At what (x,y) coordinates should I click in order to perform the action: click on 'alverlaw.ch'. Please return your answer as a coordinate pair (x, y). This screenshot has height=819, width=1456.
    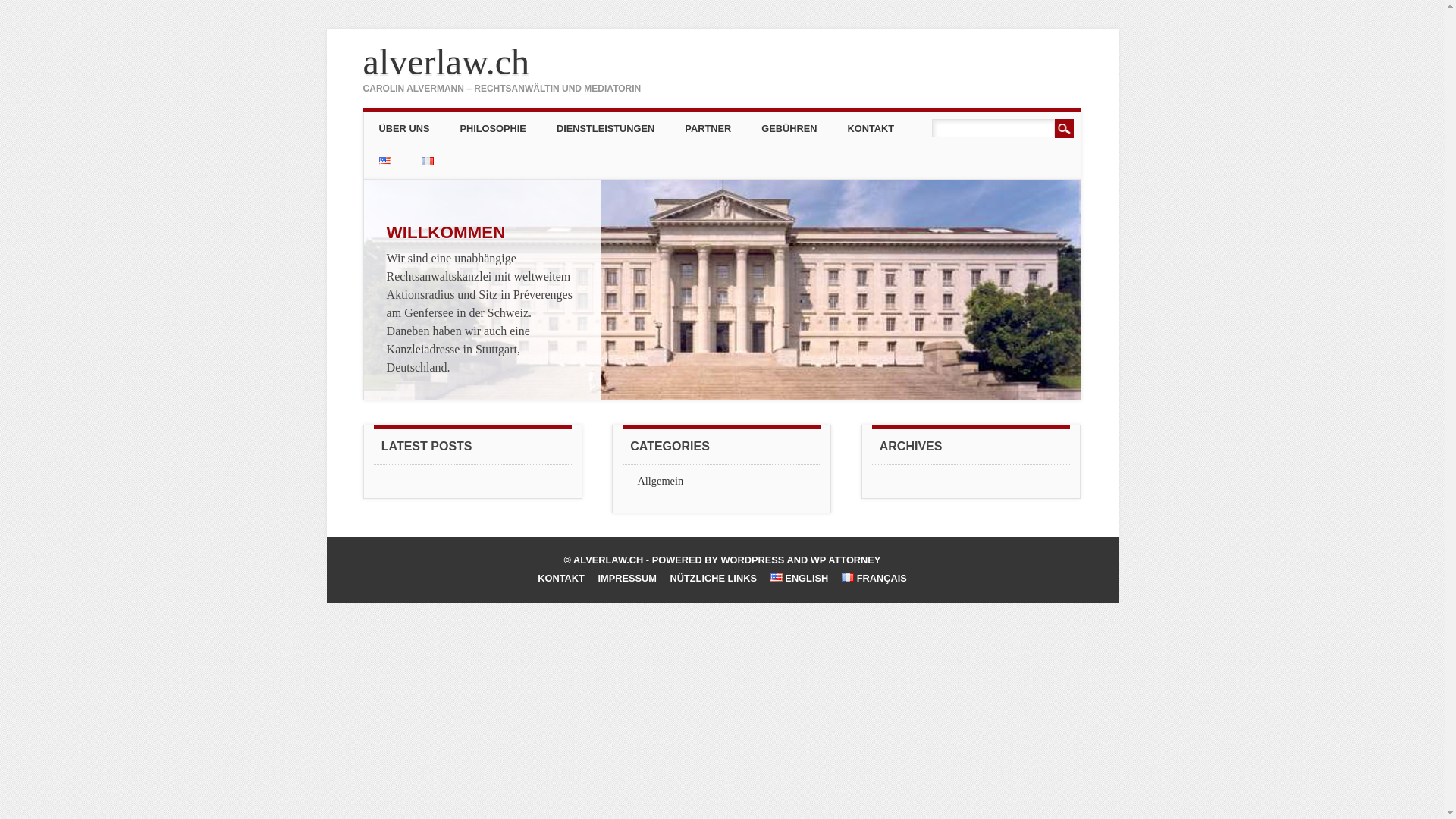
    Looking at the image, I should click on (445, 61).